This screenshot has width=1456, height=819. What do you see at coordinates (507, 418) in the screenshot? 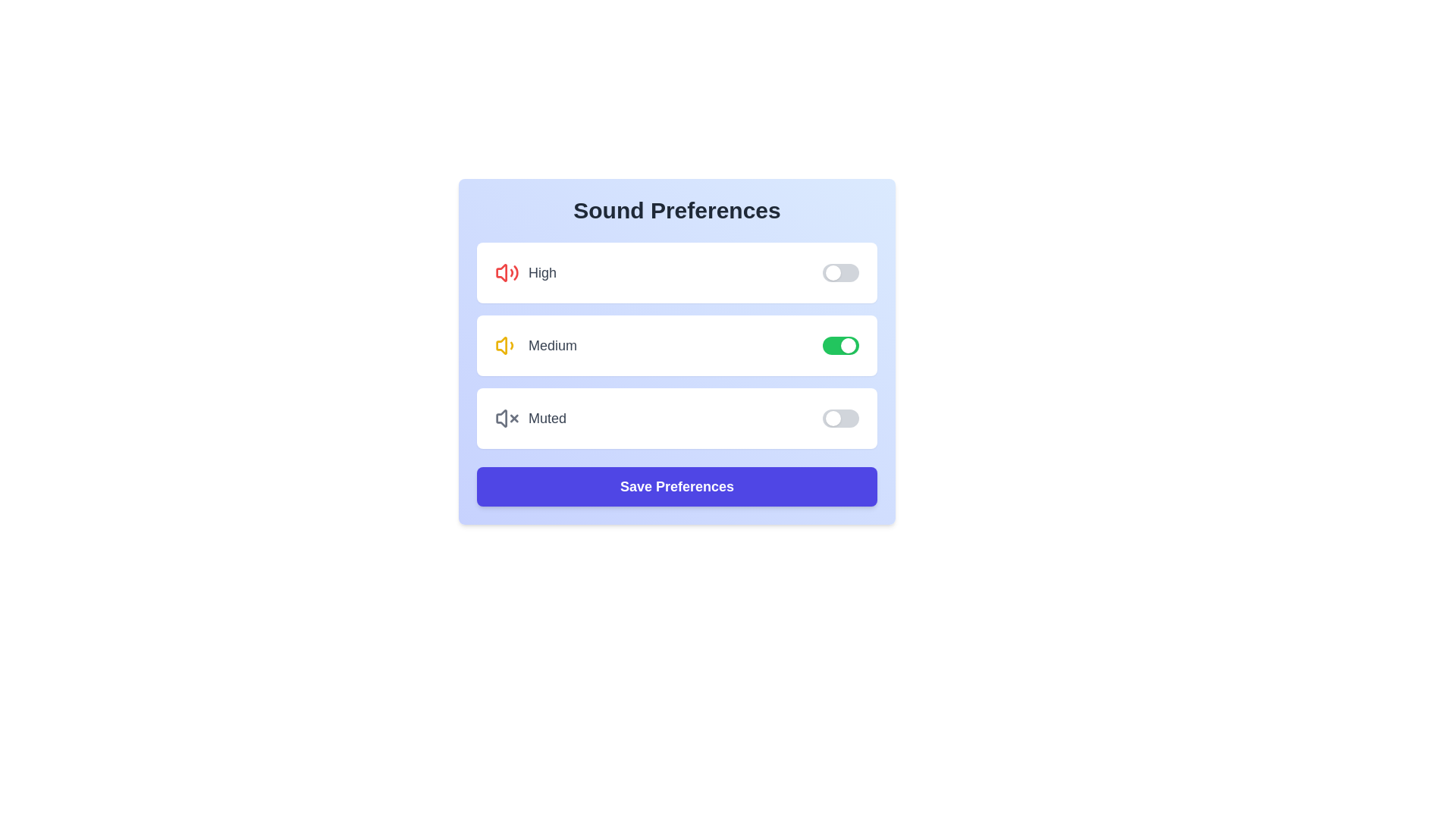
I see `the sound level icon for Muted` at bounding box center [507, 418].